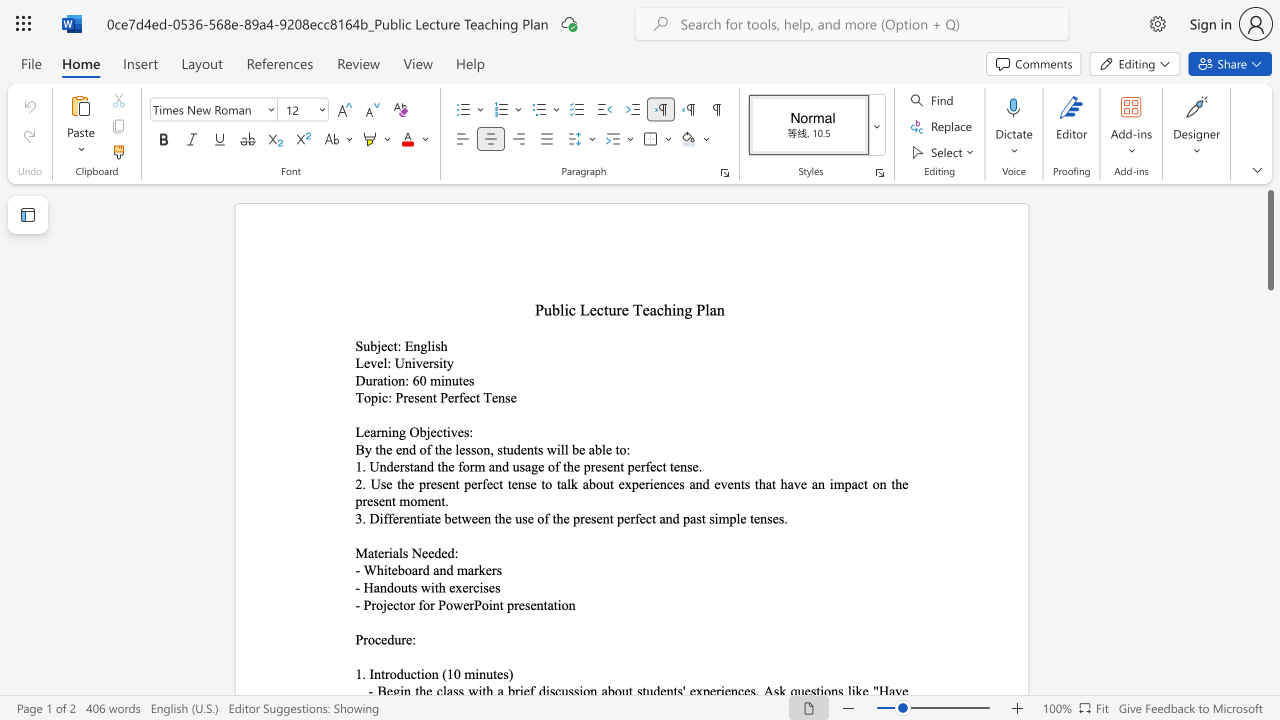 The image size is (1280, 720). Describe the element at coordinates (421, 570) in the screenshot. I see `the subset text "d and mark" within the text "- Whiteboard and markers"` at that location.